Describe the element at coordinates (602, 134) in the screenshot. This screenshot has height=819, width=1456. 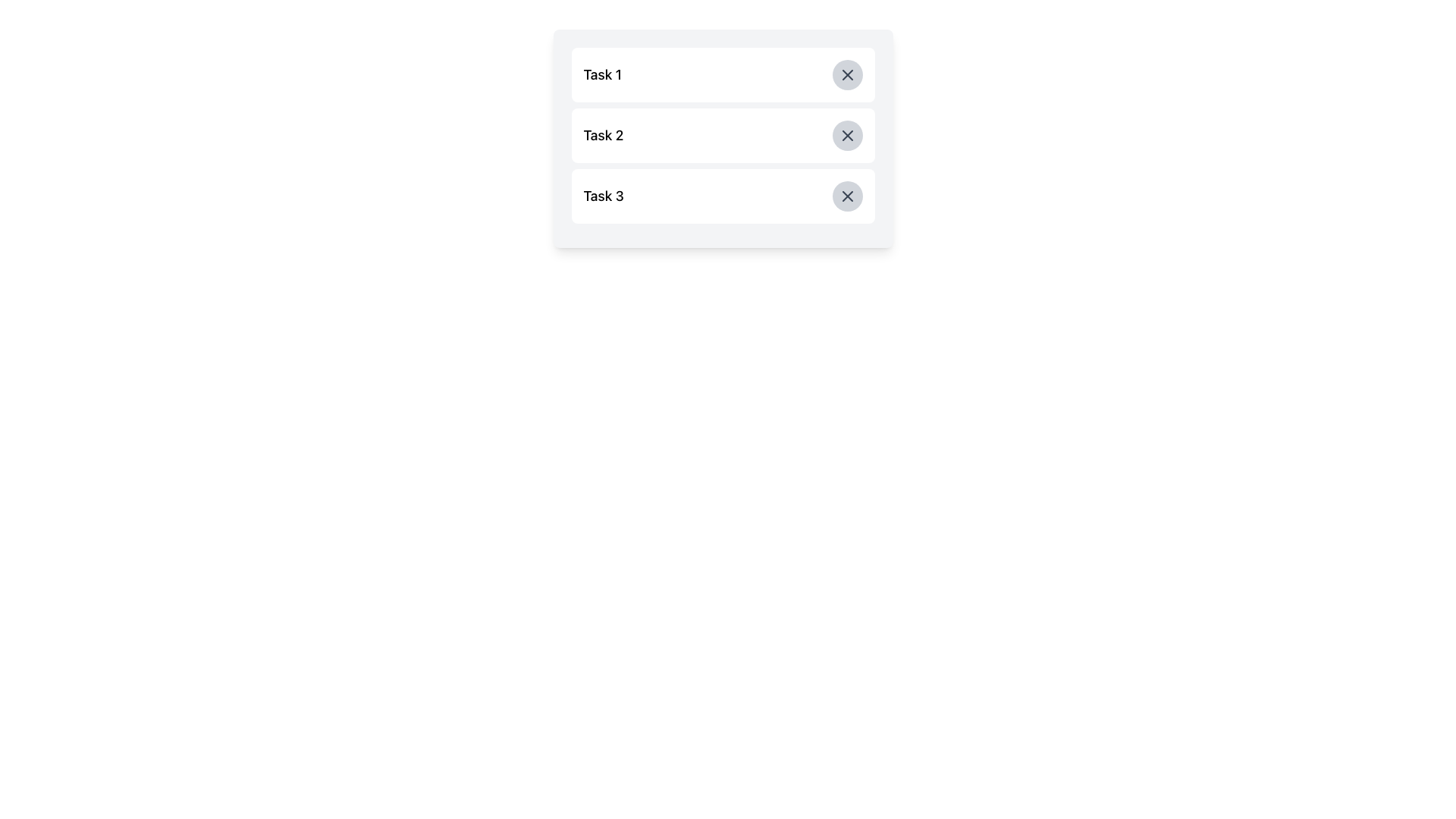
I see `the 'Task 2' text label which is a bold, medium-sized font element located in the second card of the vertical task list, positioned centrally and aligned to the left of the interactive 'X' button` at that location.